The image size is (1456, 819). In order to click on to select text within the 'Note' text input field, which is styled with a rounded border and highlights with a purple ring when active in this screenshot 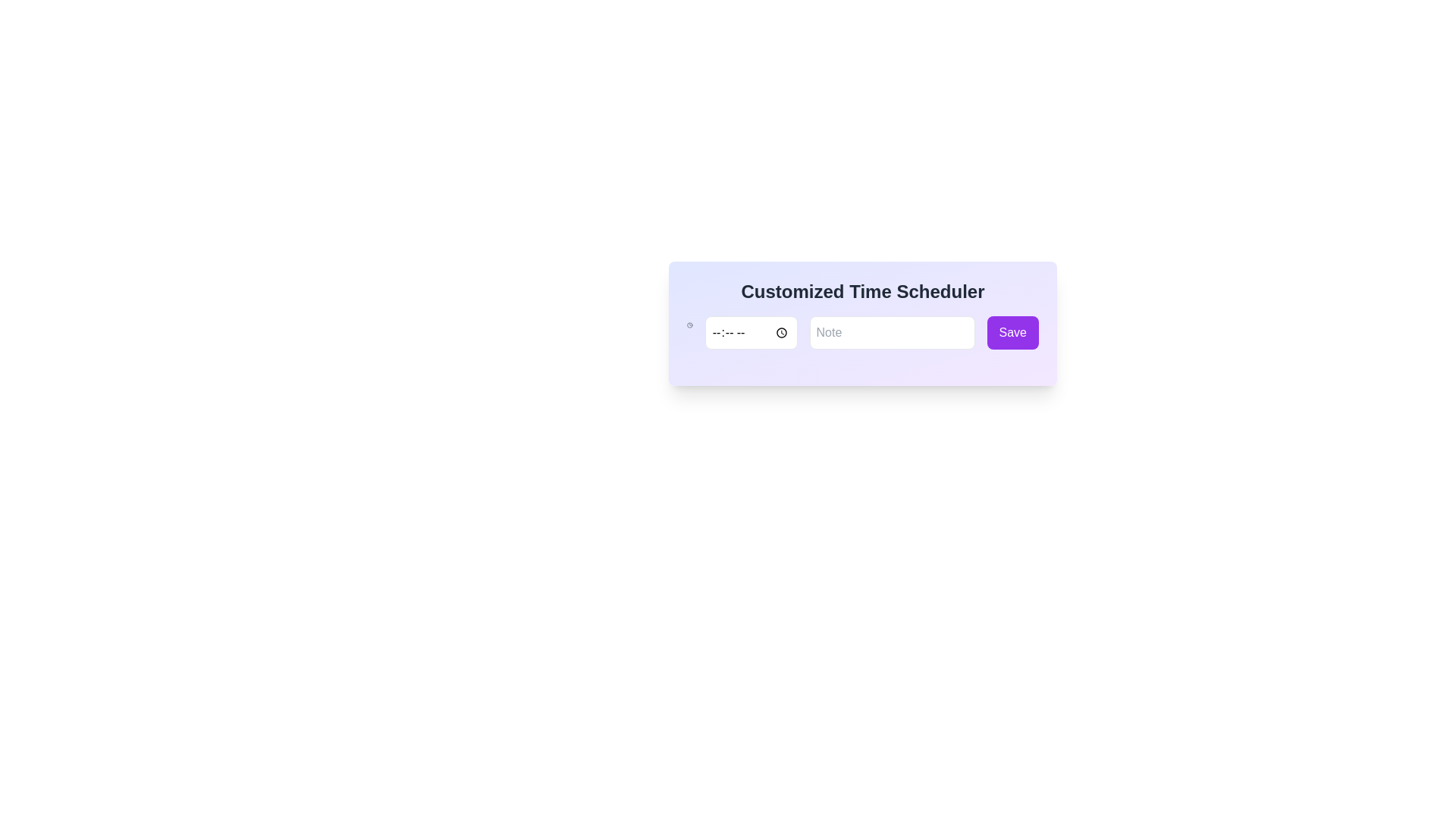, I will do `click(892, 332)`.